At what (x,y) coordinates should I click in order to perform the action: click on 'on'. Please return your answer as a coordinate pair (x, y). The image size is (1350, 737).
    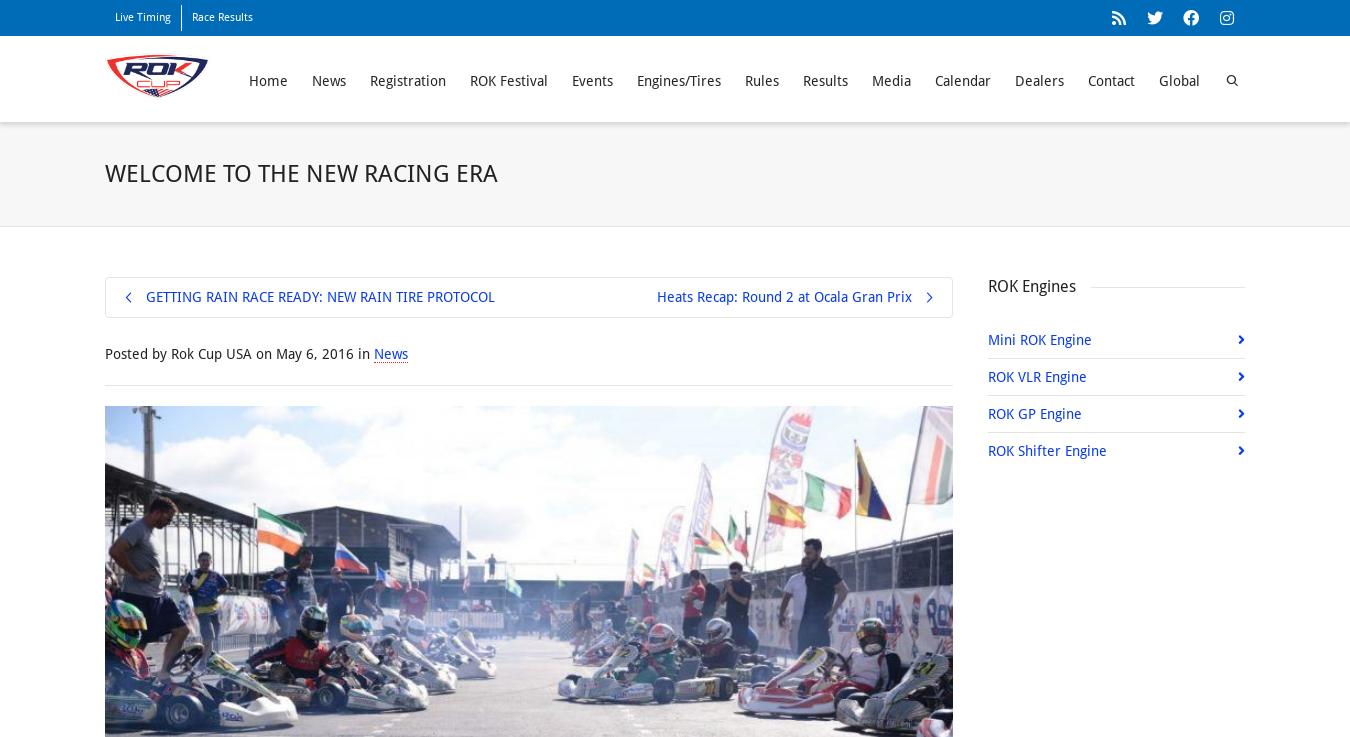
    Looking at the image, I should click on (263, 352).